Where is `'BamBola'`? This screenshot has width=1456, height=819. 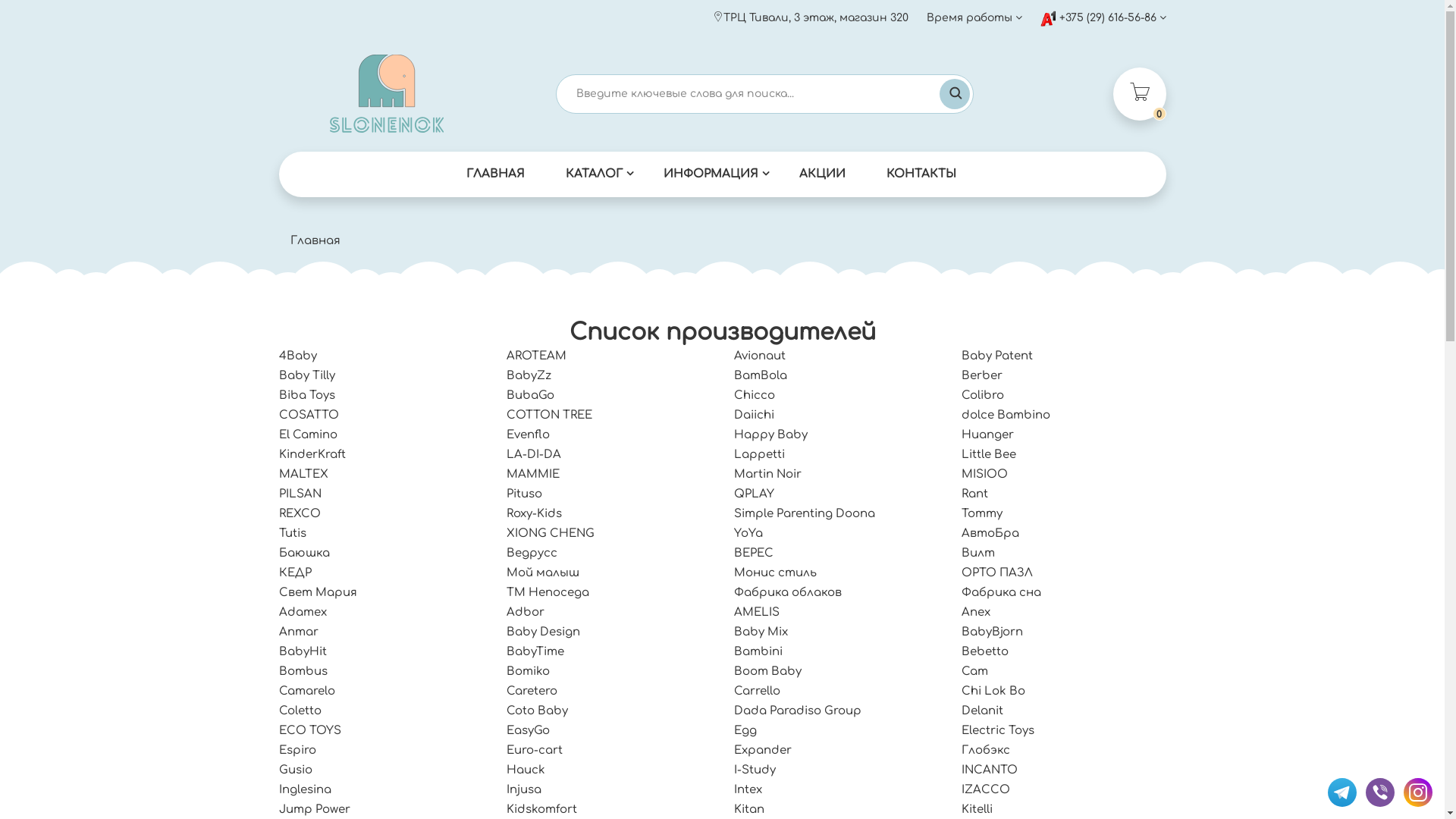
'BamBola' is located at coordinates (761, 375).